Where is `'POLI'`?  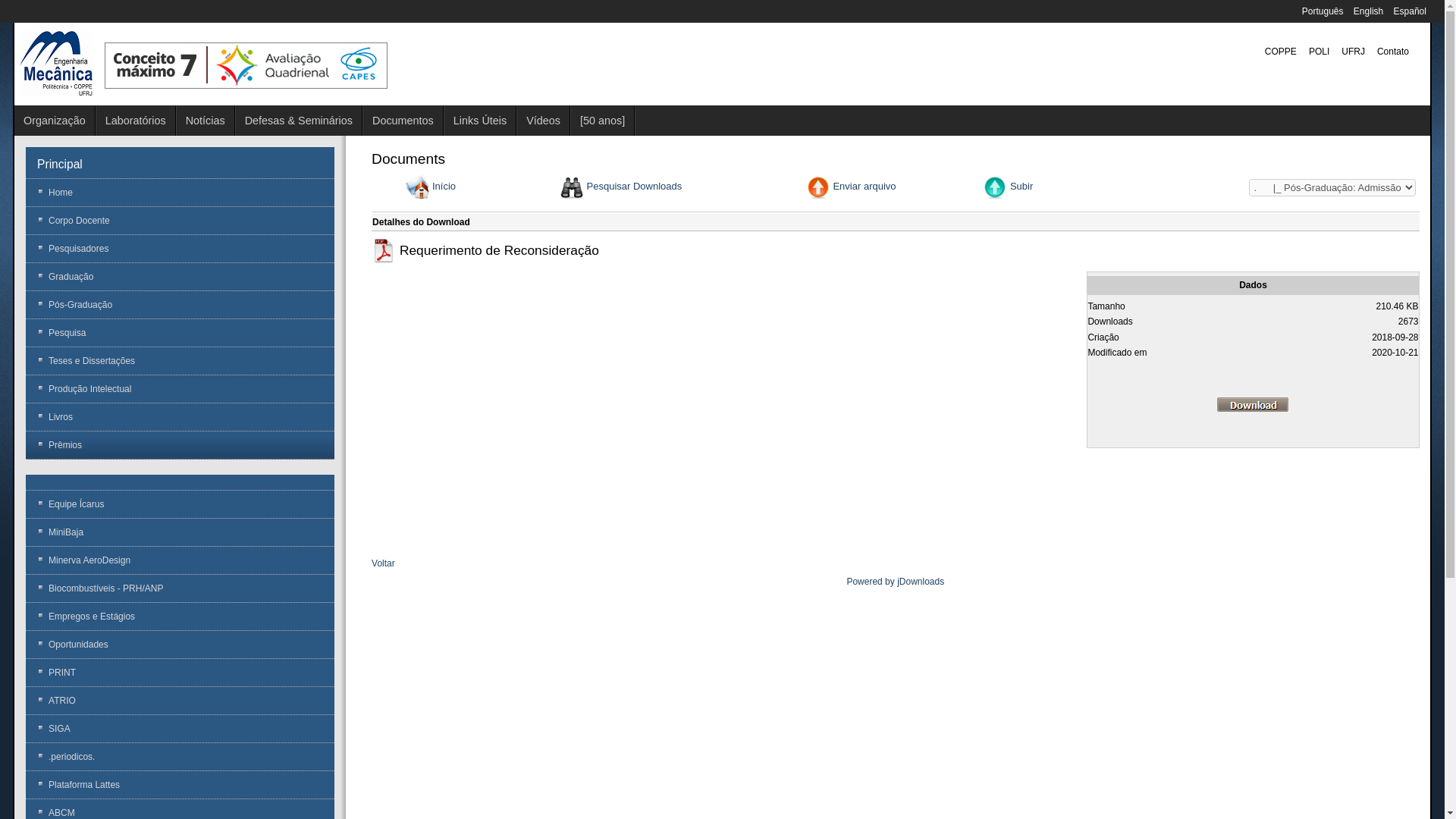
'POLI' is located at coordinates (1318, 51).